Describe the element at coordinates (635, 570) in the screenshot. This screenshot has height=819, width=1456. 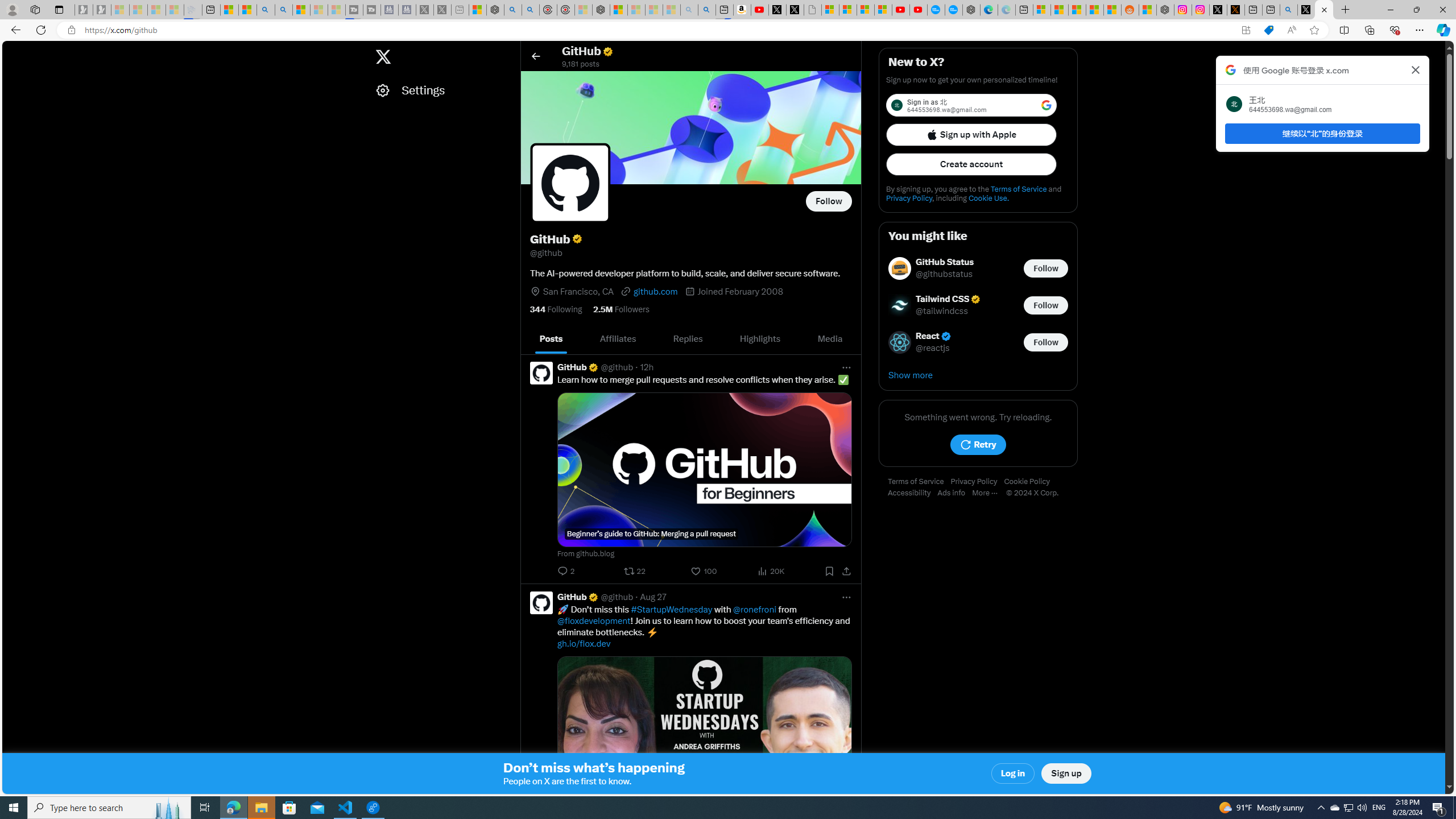
I see `'22 reposts. Repost'` at that location.